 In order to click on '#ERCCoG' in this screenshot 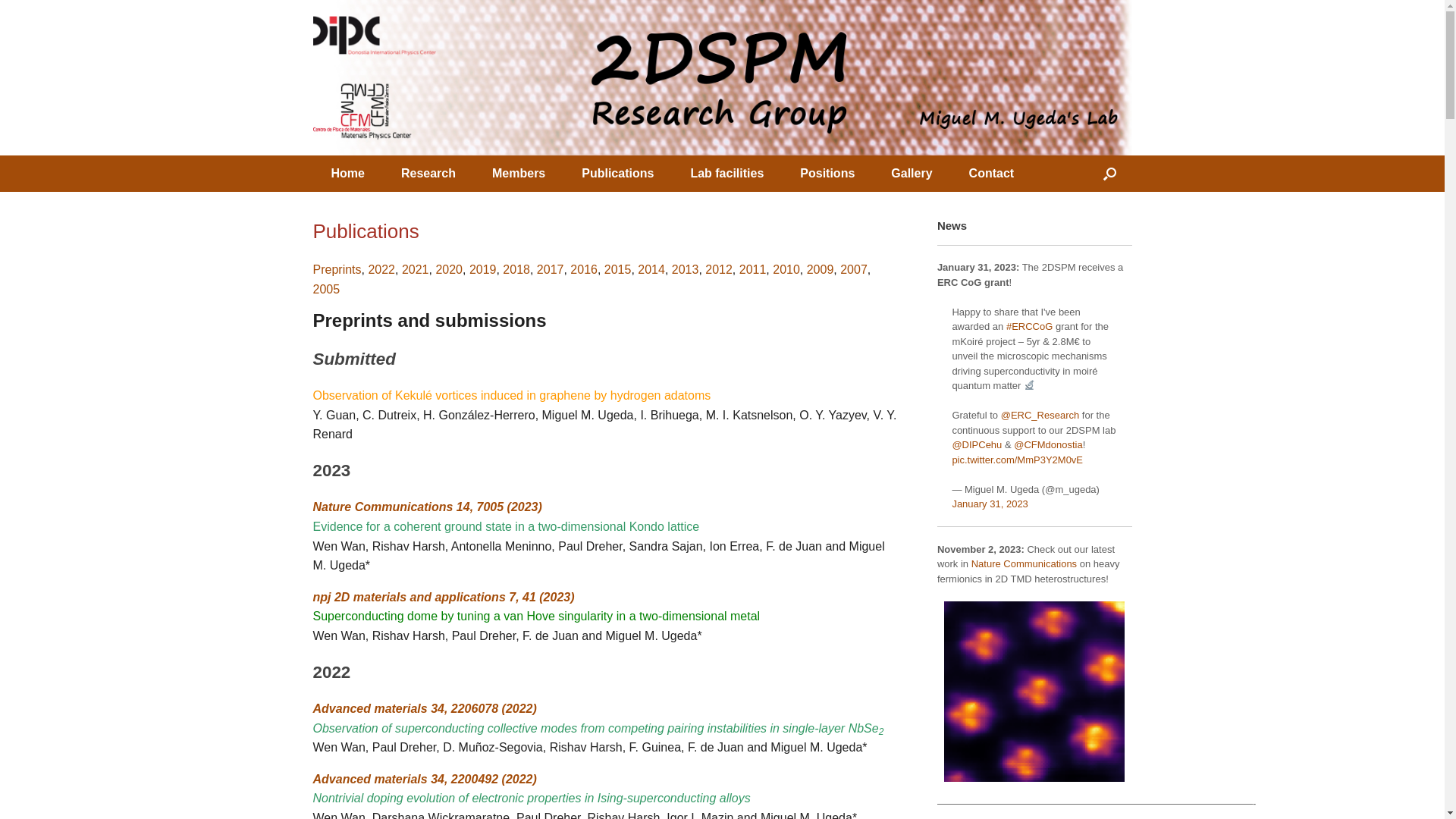, I will do `click(1006, 325)`.